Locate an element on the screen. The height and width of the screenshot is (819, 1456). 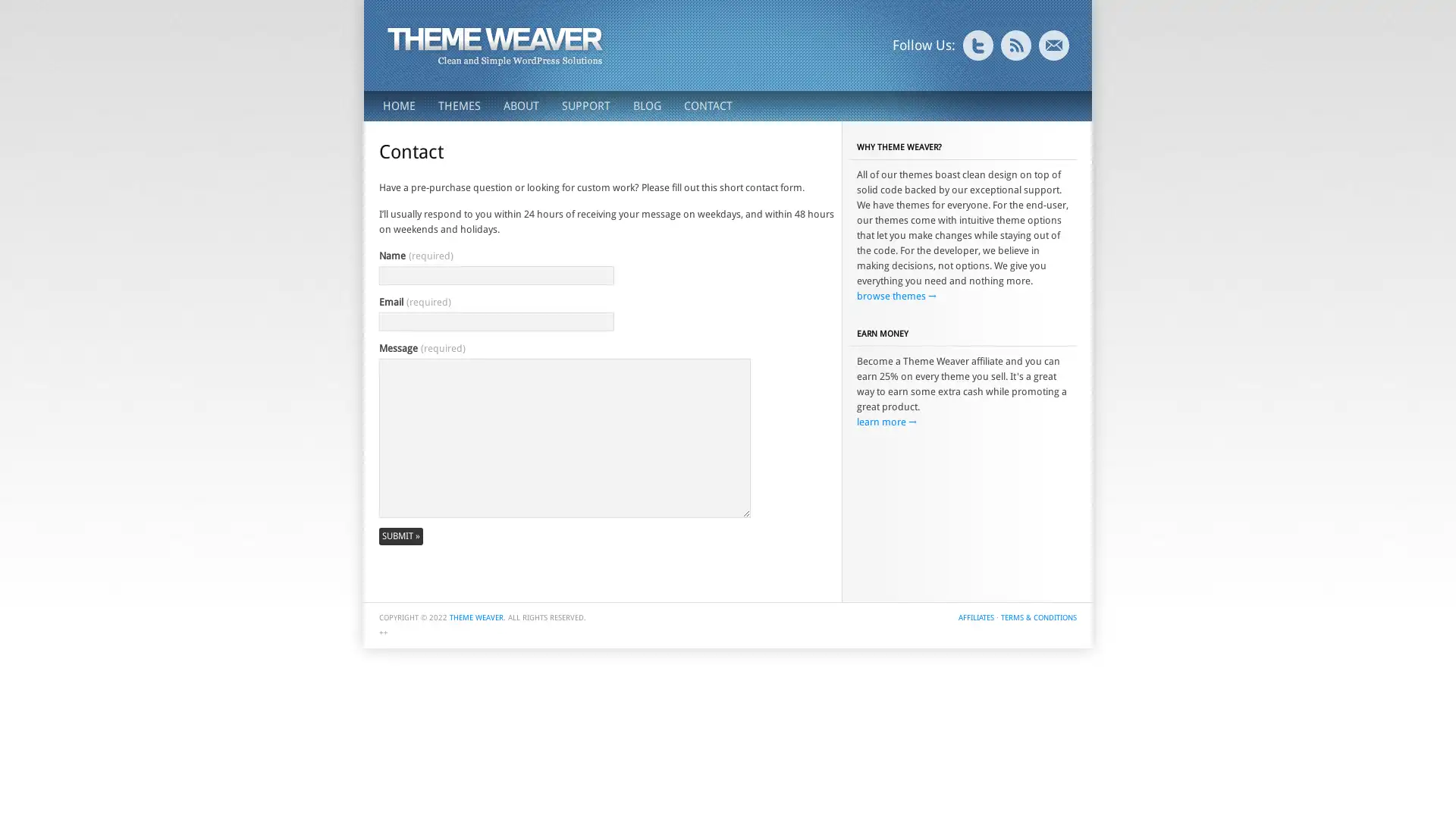
Submit is located at coordinates (400, 535).